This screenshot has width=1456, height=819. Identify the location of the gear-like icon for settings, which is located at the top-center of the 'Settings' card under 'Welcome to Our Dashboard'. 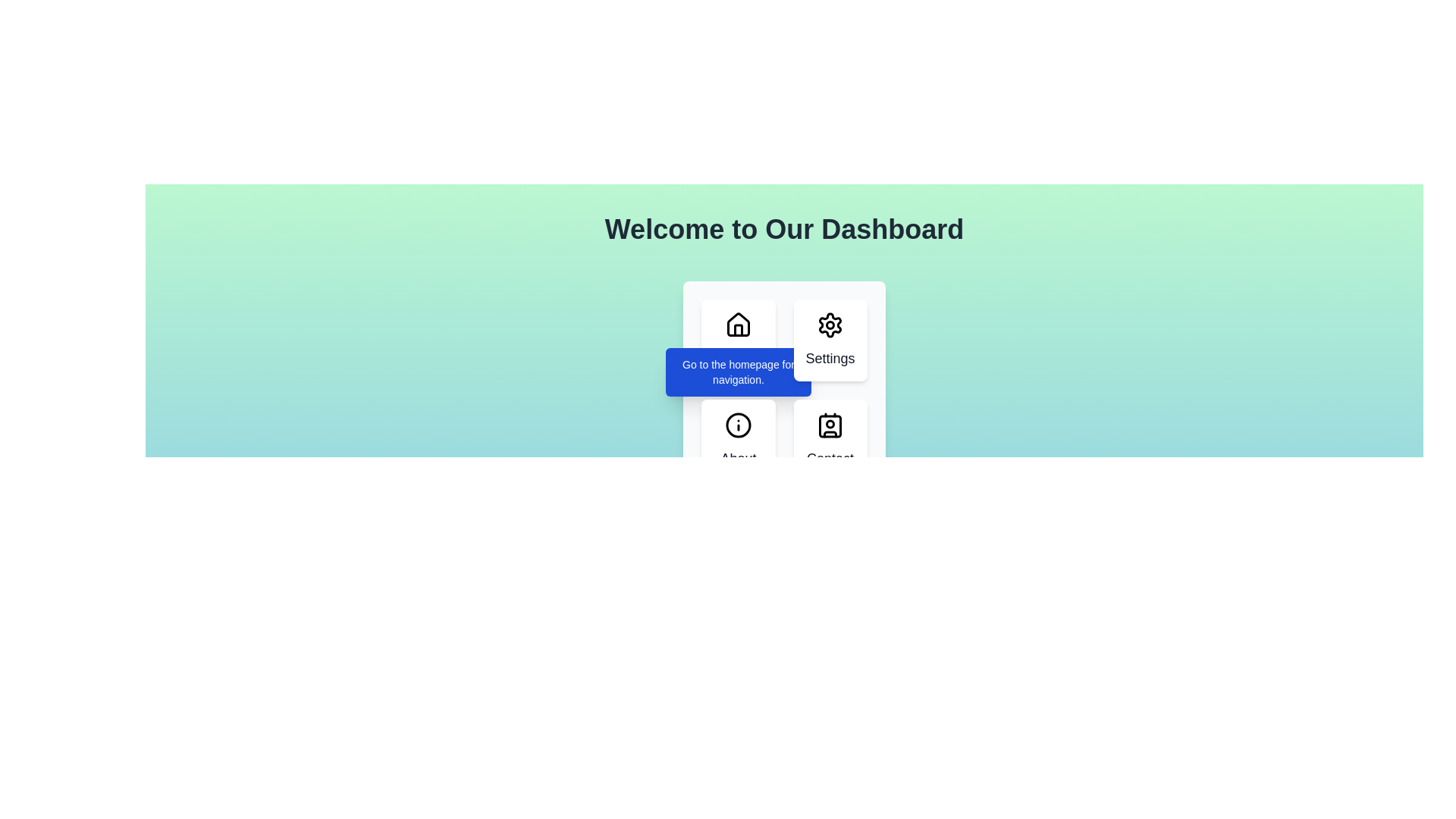
(829, 324).